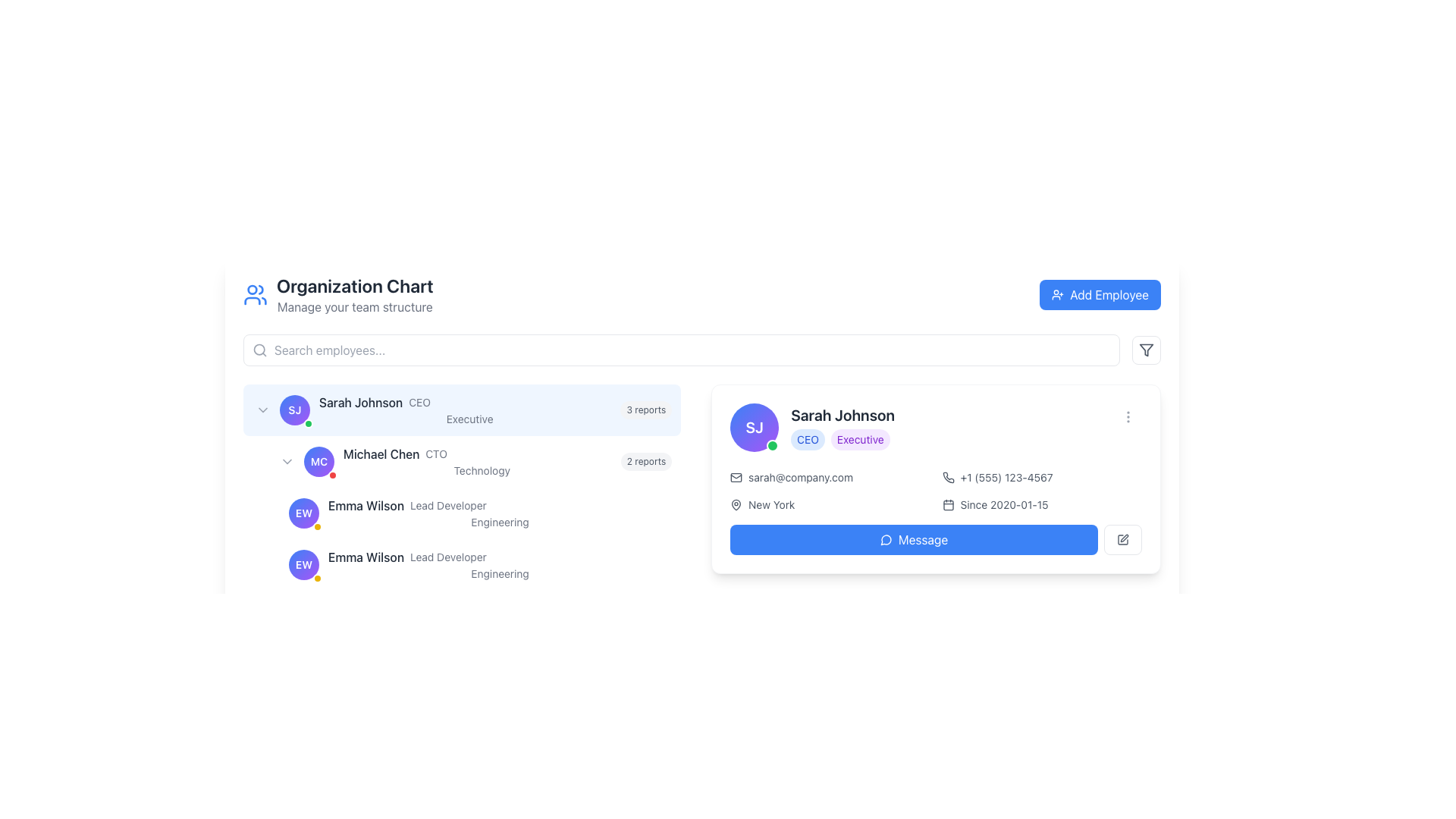 The width and height of the screenshot is (1456, 819). Describe the element at coordinates (473, 461) in the screenshot. I see `the second list item under the main entry 'Sarah Johnson'` at that location.